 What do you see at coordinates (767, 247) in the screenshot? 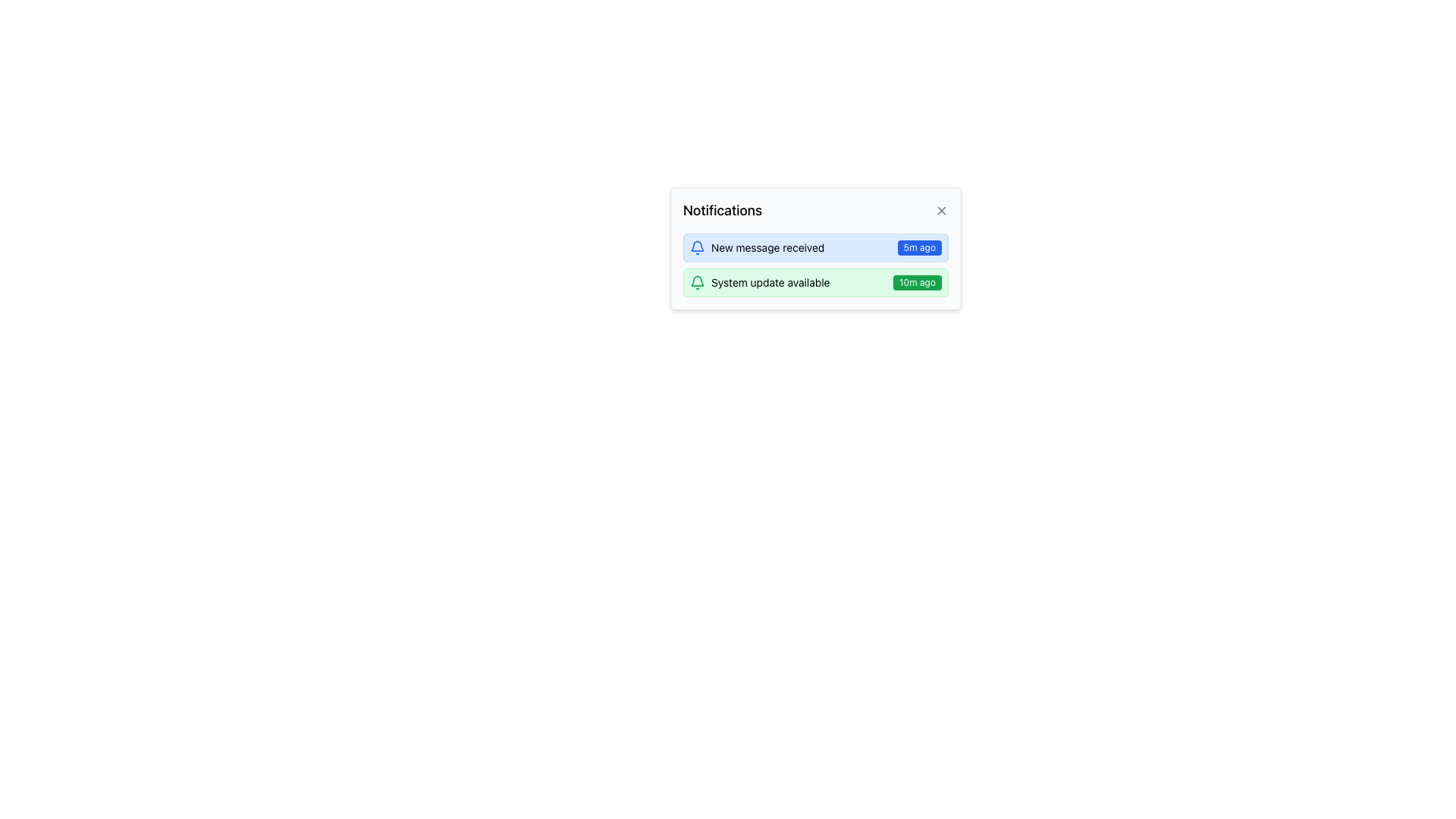
I see `the text label in the first notification card that describes the new message received, located to the right of the notification bell icon` at bounding box center [767, 247].